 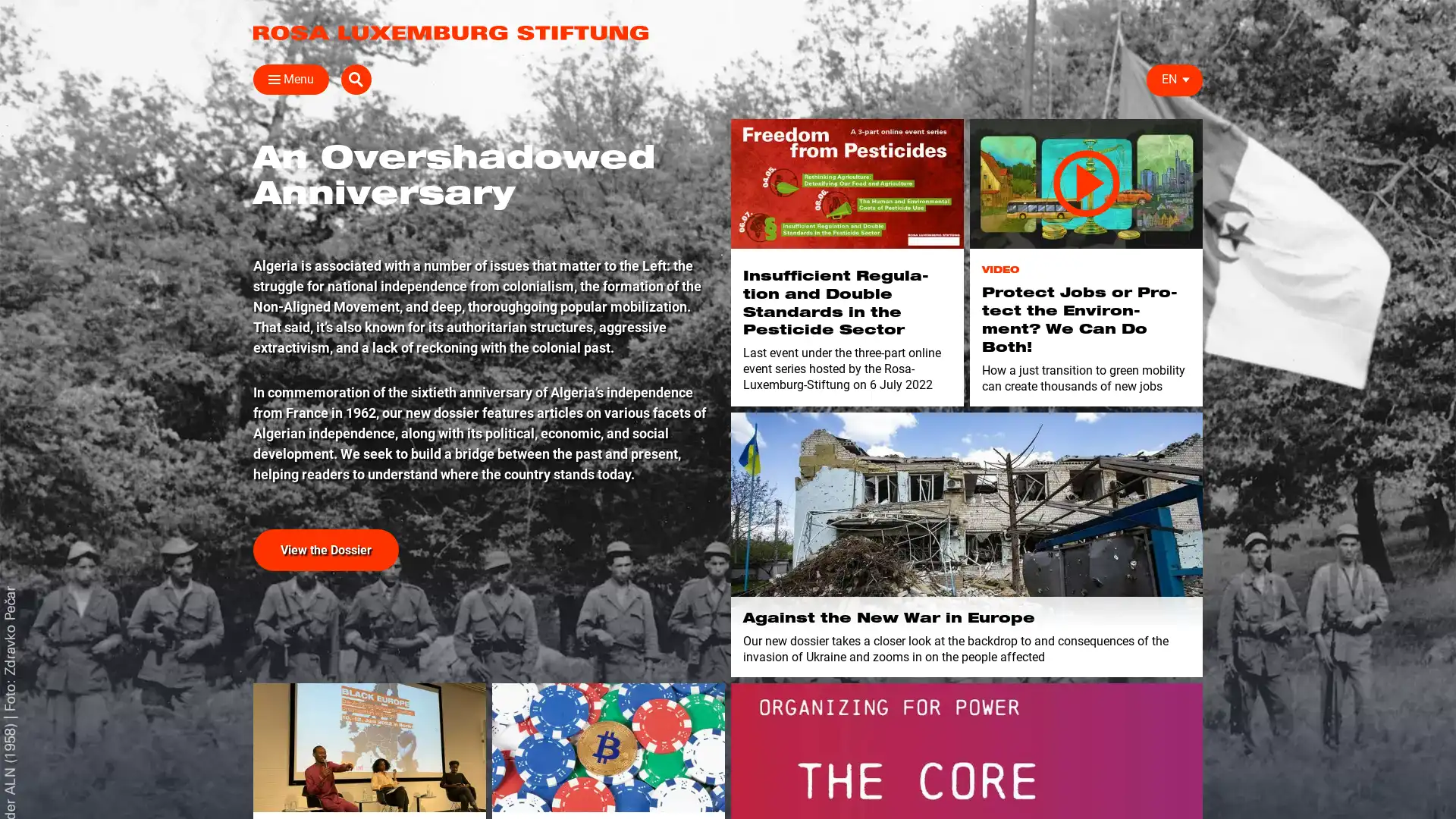 I want to click on Show more / less, so click(x=246, y=178).